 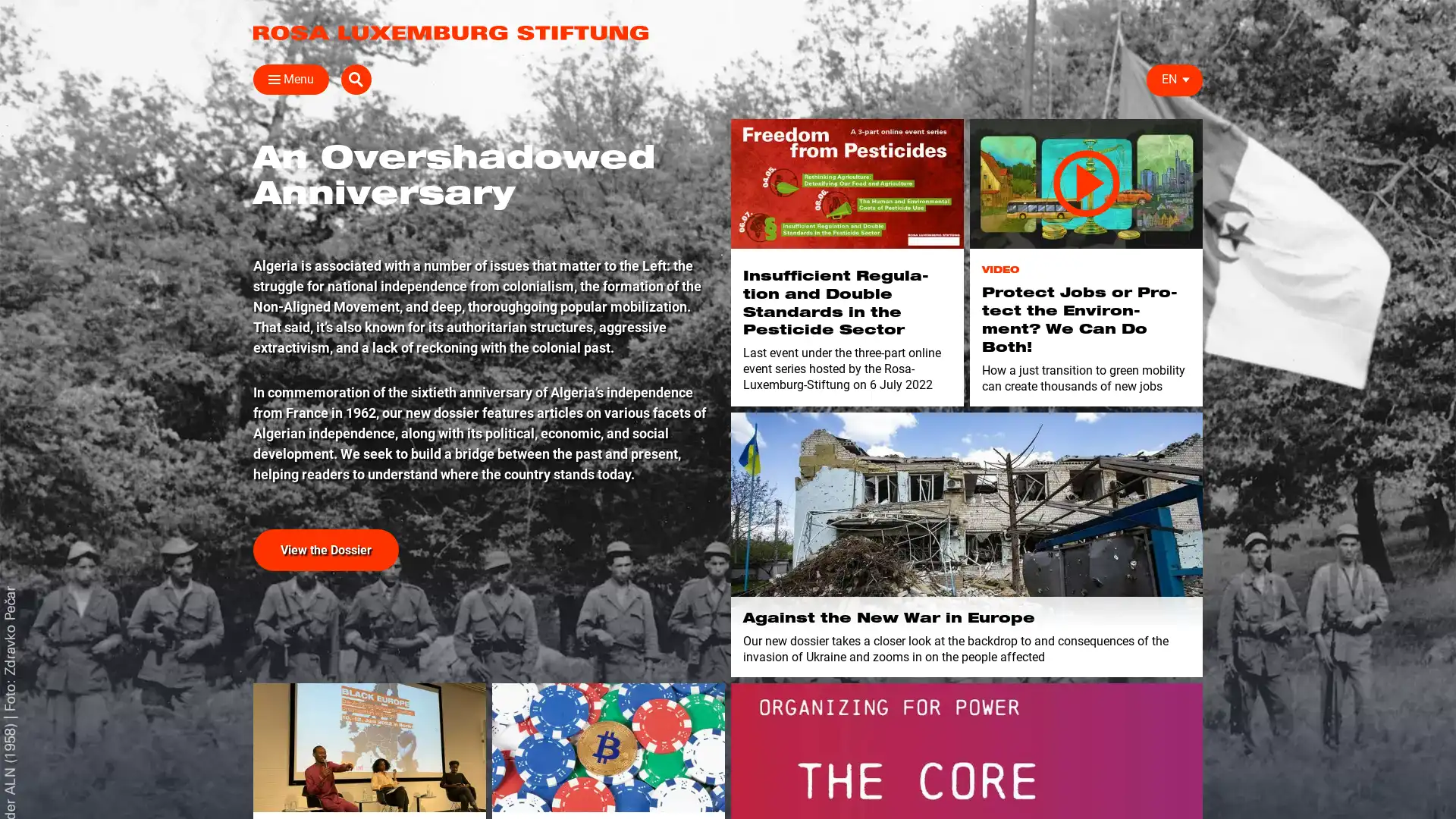 I want to click on Show more / less, so click(x=246, y=178).